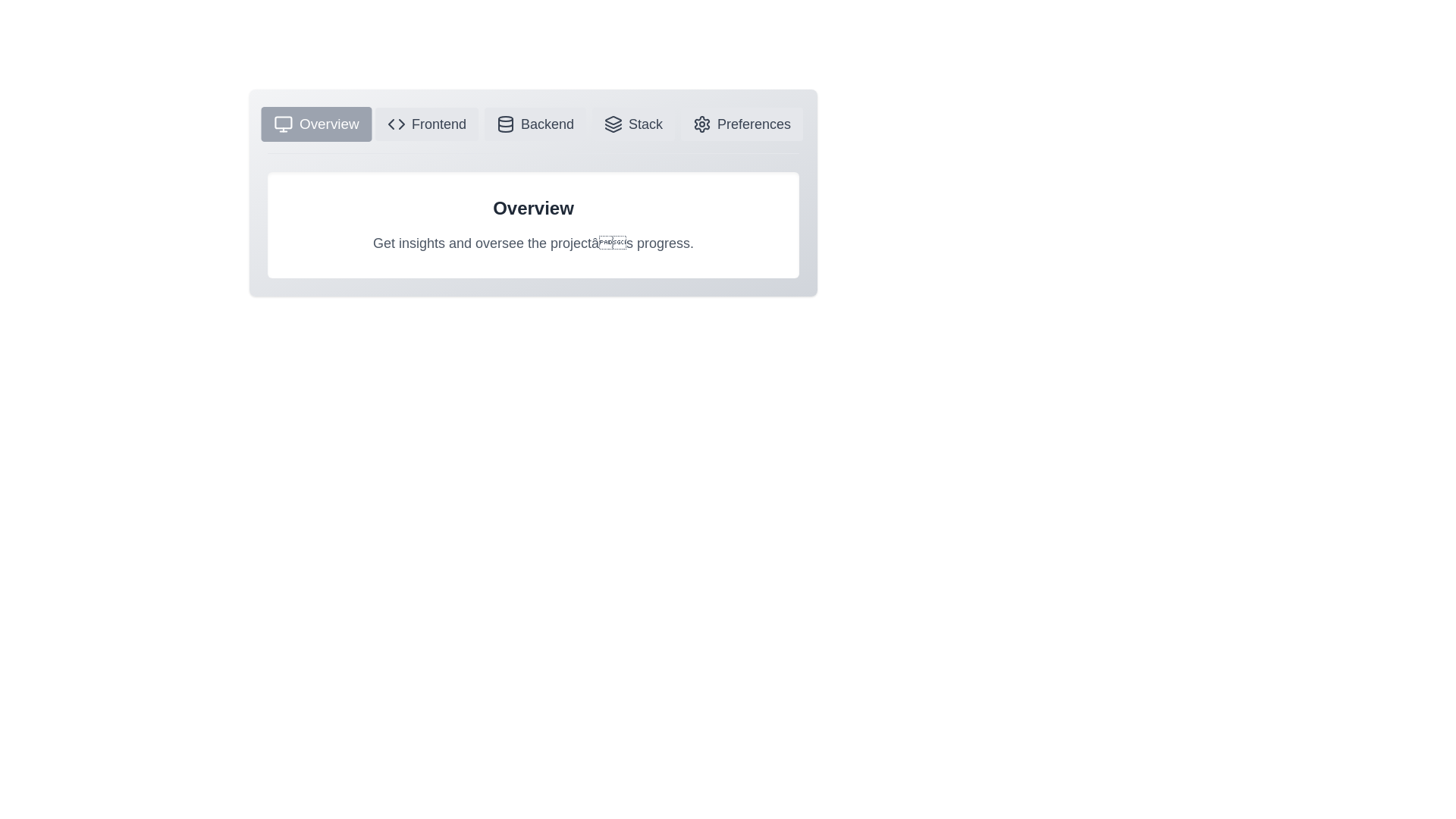 This screenshot has height=819, width=1456. Describe the element at coordinates (633, 124) in the screenshot. I see `the icon of the Stack tab` at that location.